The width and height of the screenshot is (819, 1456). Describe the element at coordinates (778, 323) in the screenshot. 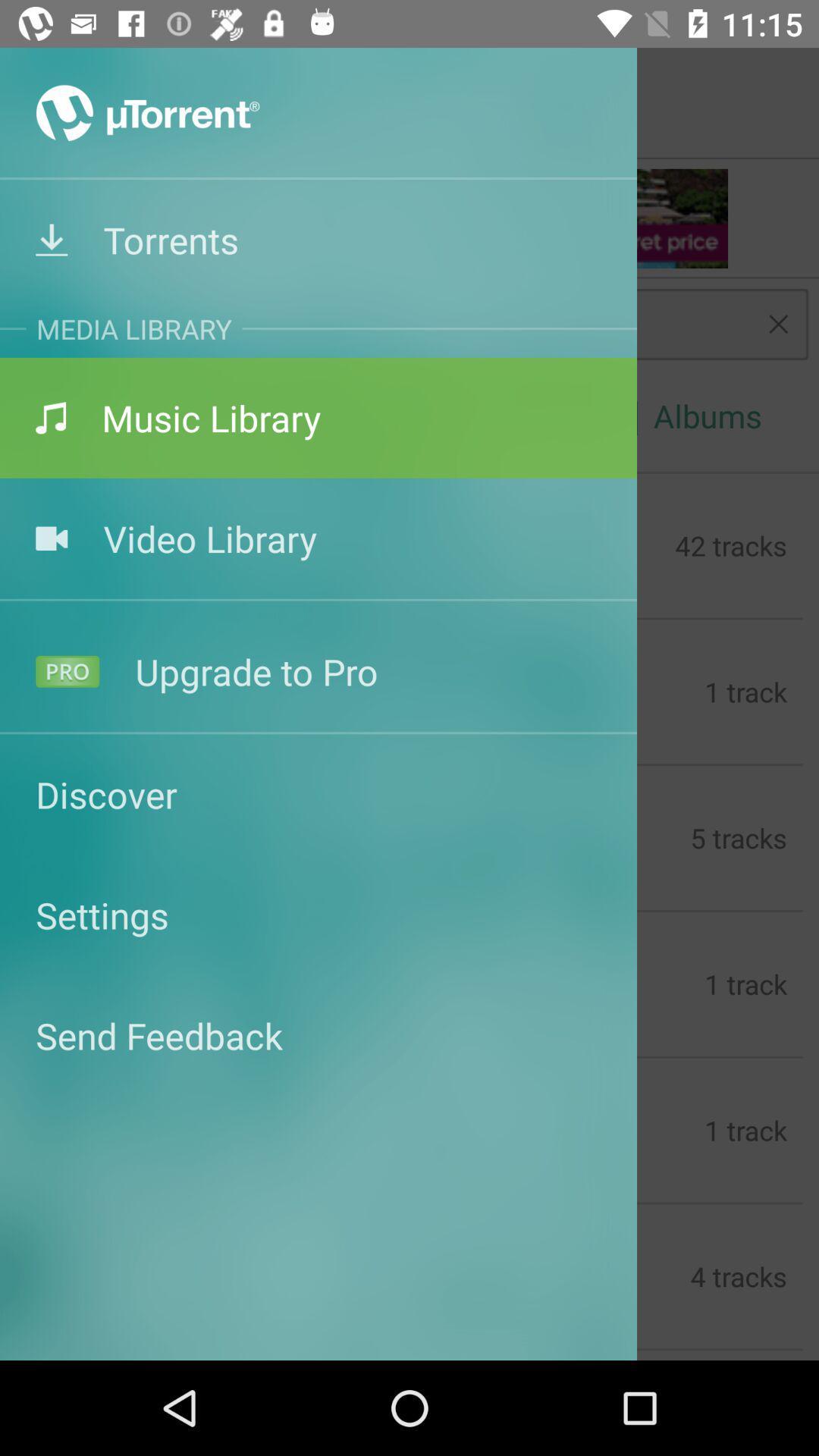

I see `the close icon` at that location.